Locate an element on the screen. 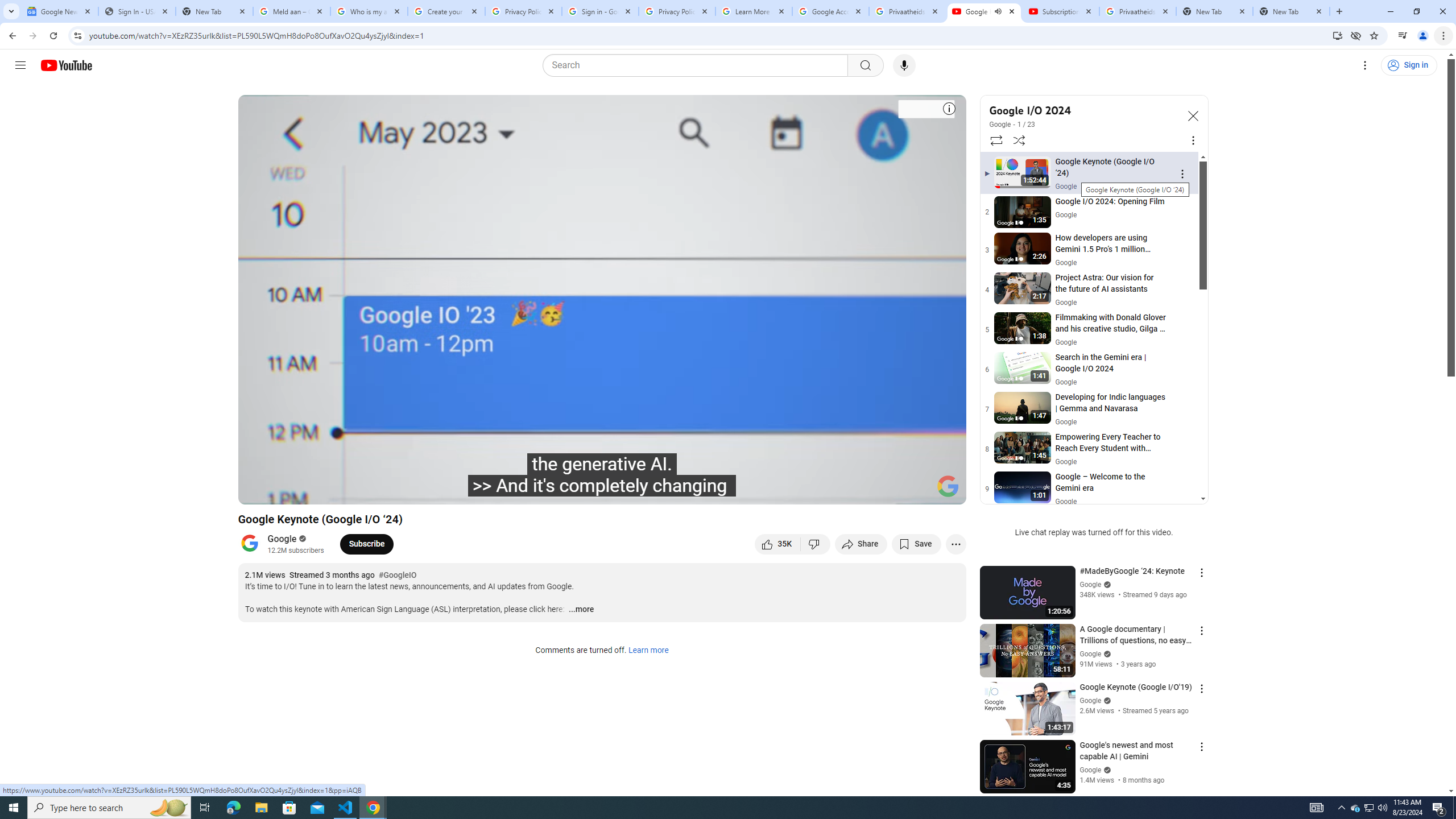 This screenshot has height=819, width=1456. 'Learn more' is located at coordinates (647, 651).